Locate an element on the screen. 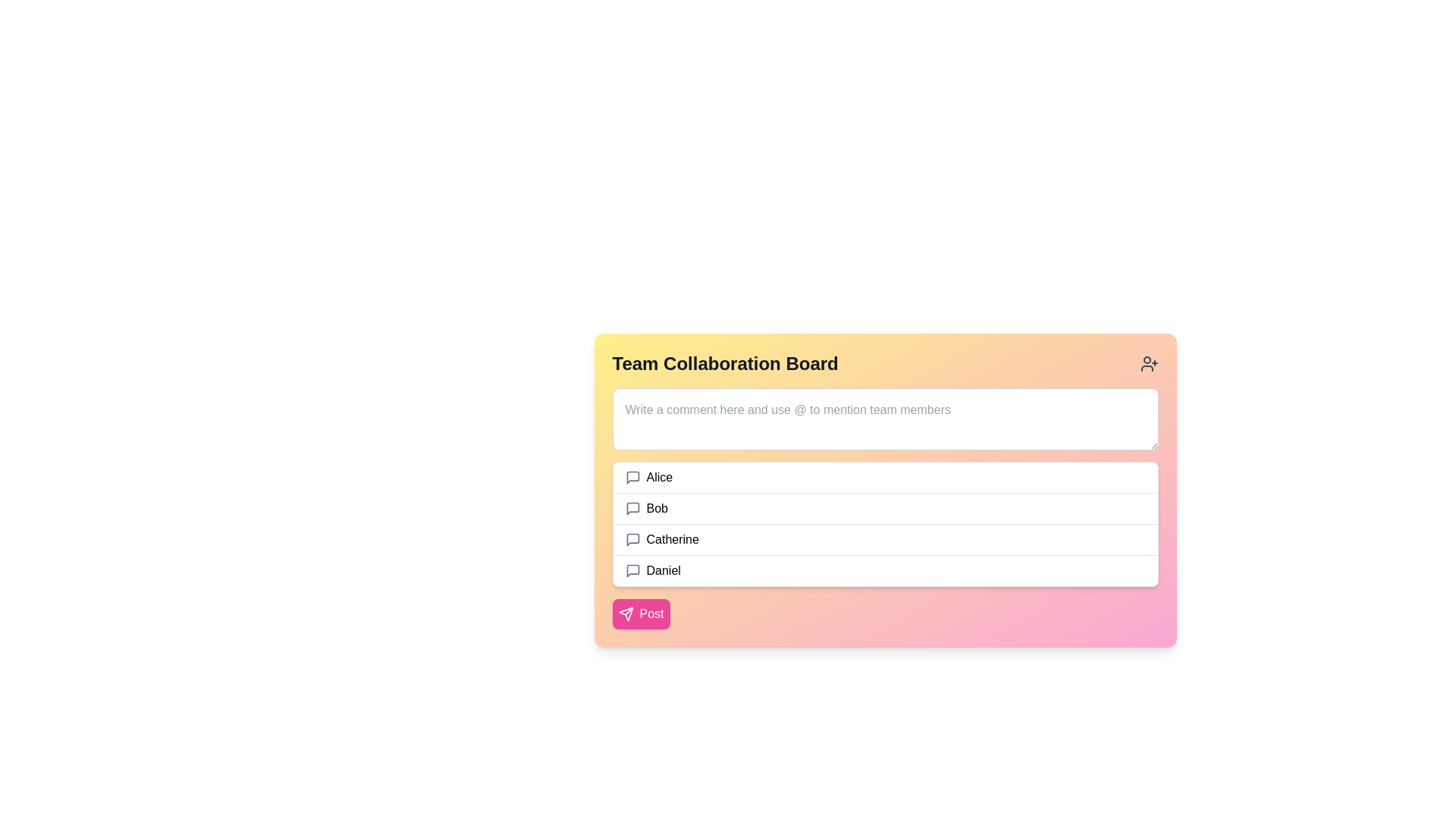 Image resolution: width=1456 pixels, height=819 pixels. the list item representing 'Bob' is located at coordinates (885, 508).